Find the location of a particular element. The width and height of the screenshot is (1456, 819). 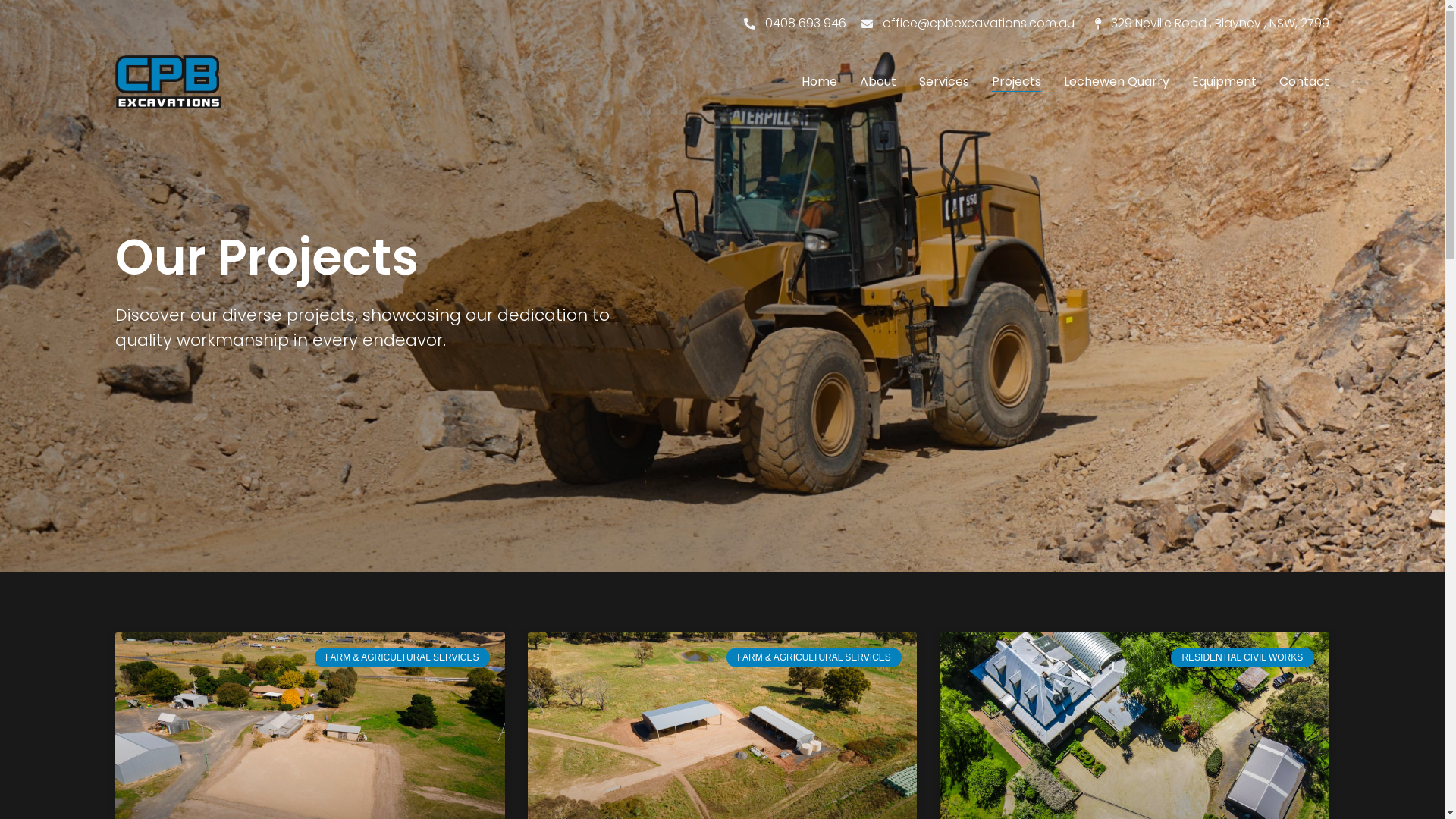

'Projects' is located at coordinates (1016, 82).